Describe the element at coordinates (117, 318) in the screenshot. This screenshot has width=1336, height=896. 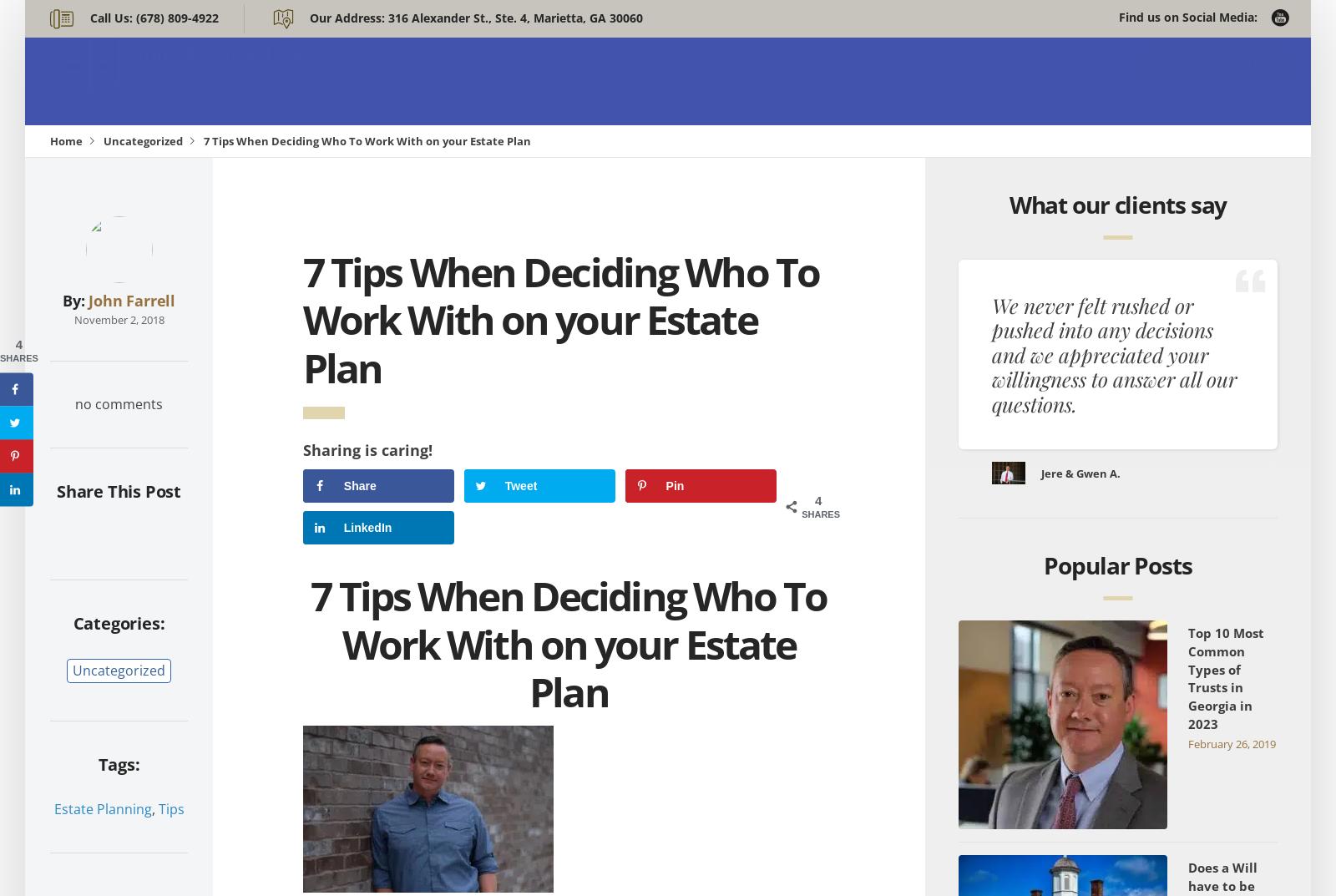
I see `'November 2, 2018'` at that location.